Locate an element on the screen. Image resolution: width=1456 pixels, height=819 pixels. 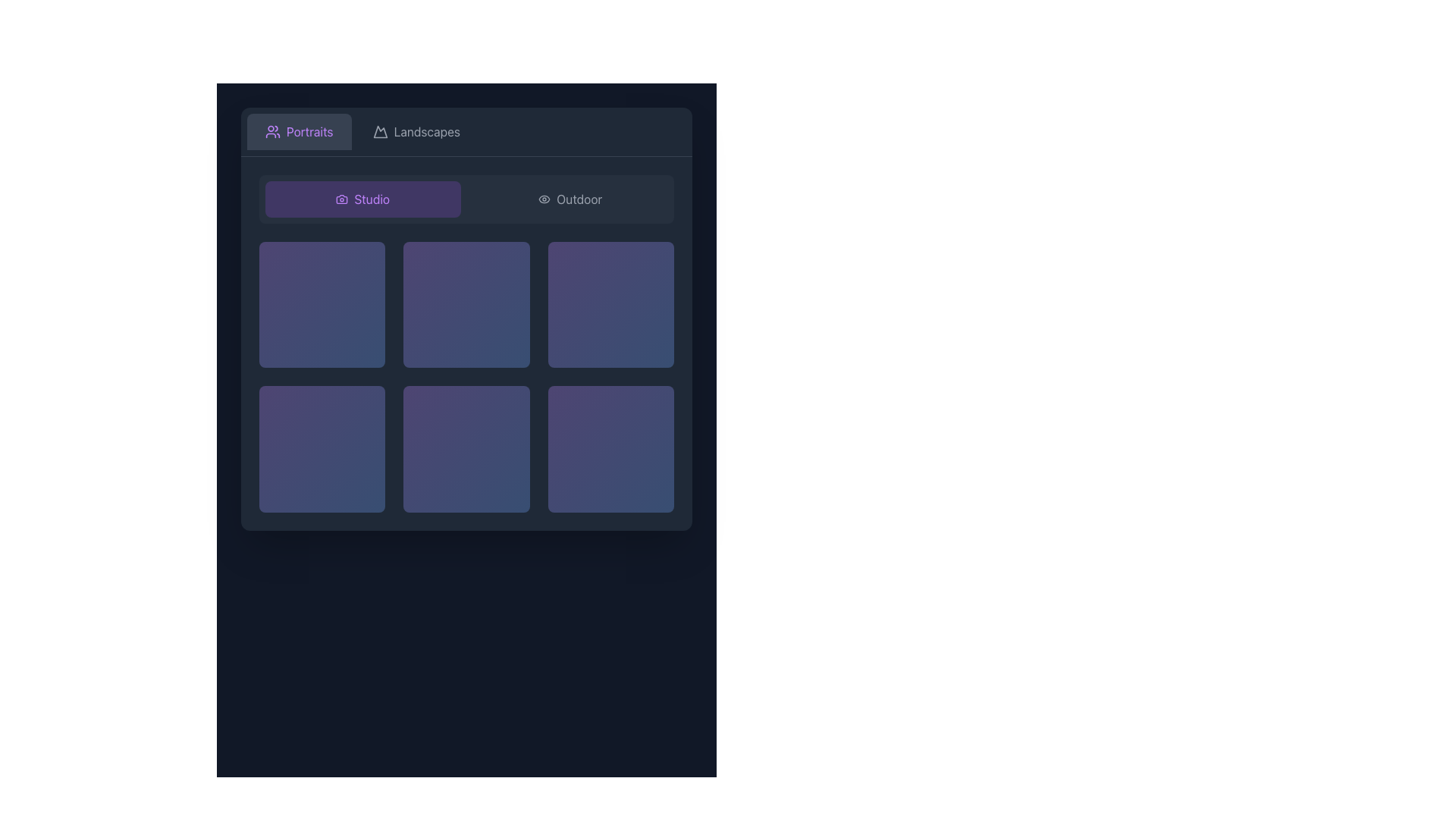
the second card is located at coordinates (466, 305).